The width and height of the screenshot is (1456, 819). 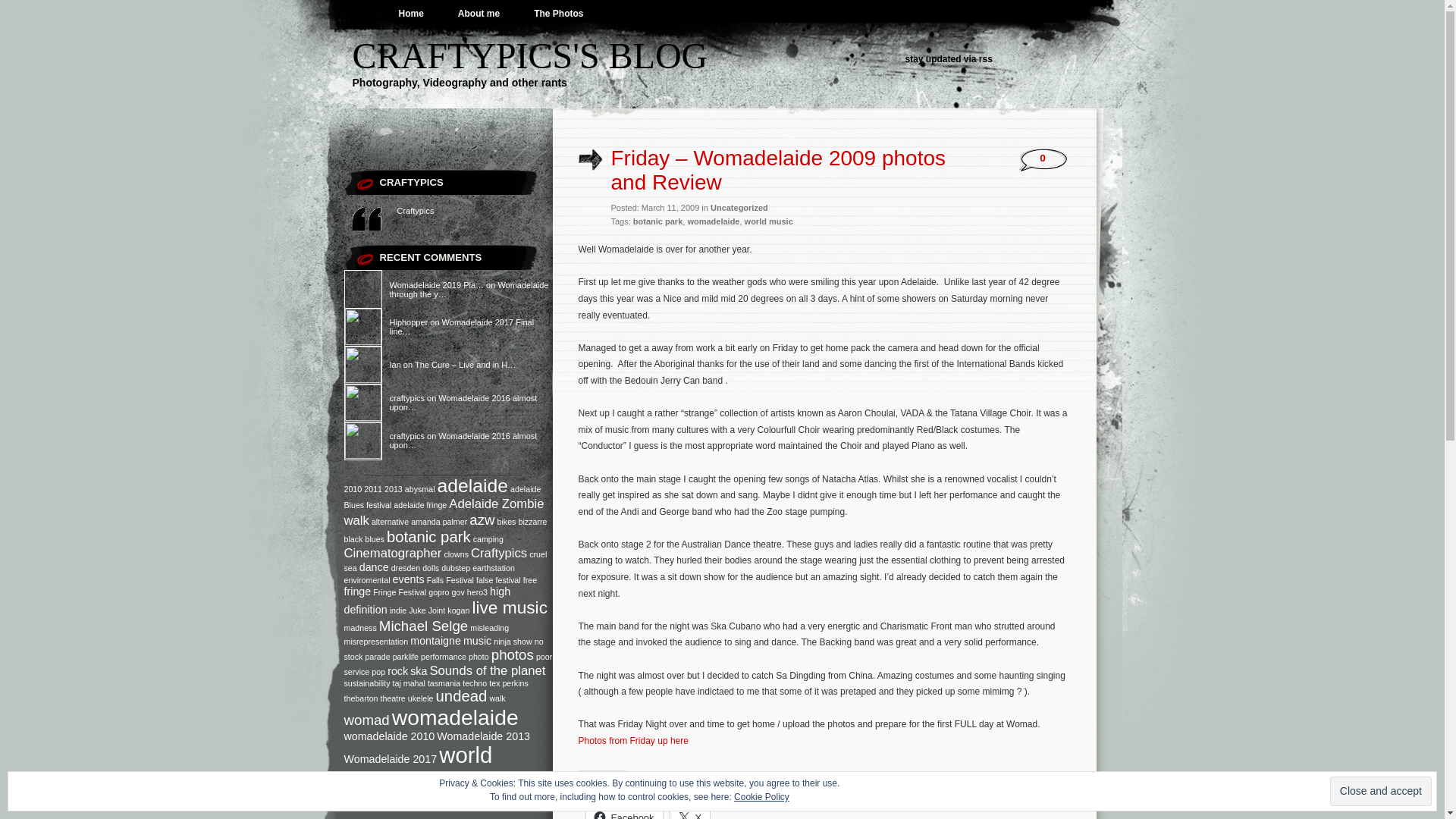 I want to click on '2011', so click(x=372, y=488).